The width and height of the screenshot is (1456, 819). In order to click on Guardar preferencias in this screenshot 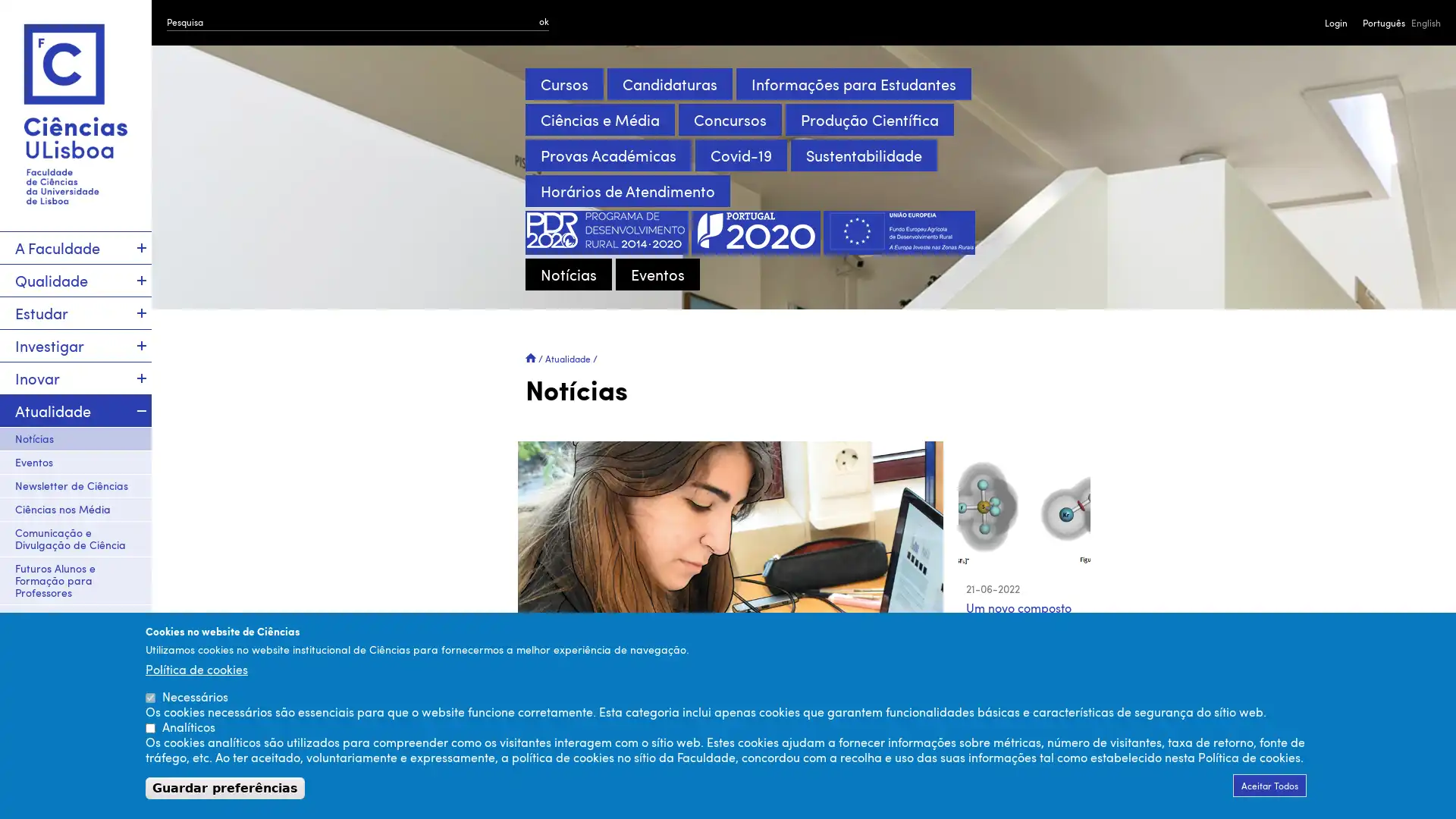, I will do `click(224, 787)`.